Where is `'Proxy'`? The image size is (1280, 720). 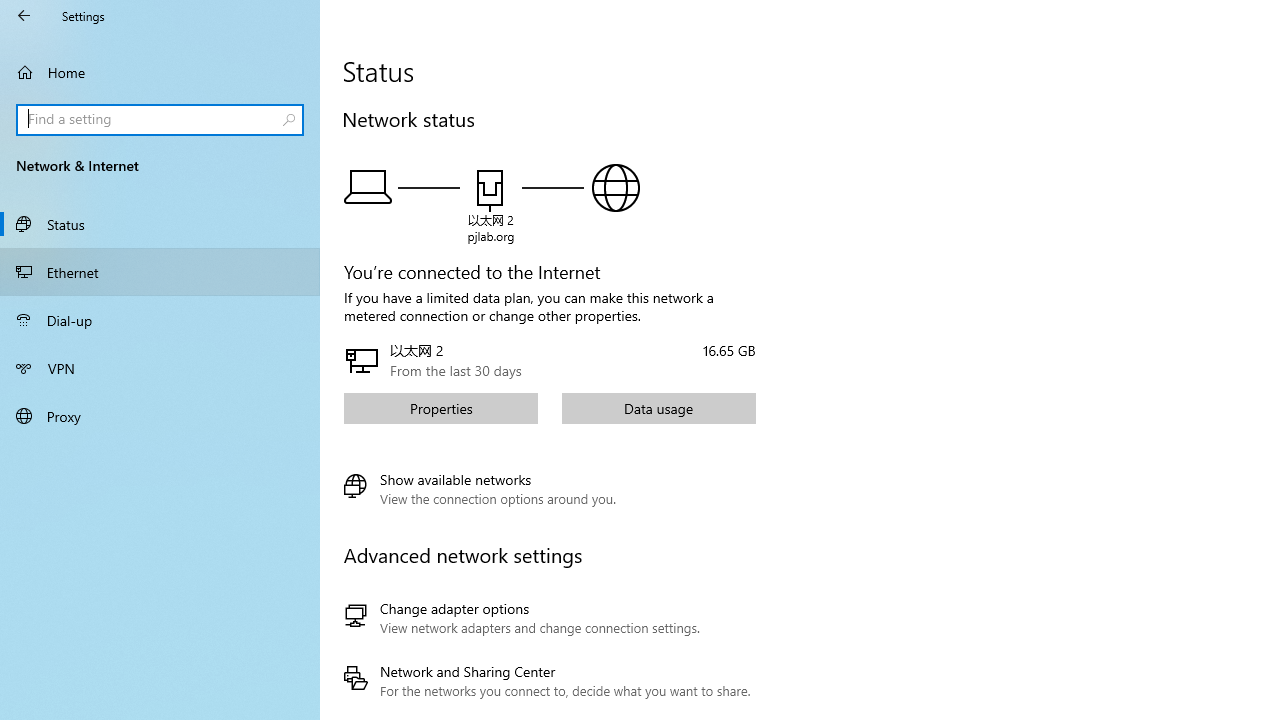
'Proxy' is located at coordinates (160, 414).